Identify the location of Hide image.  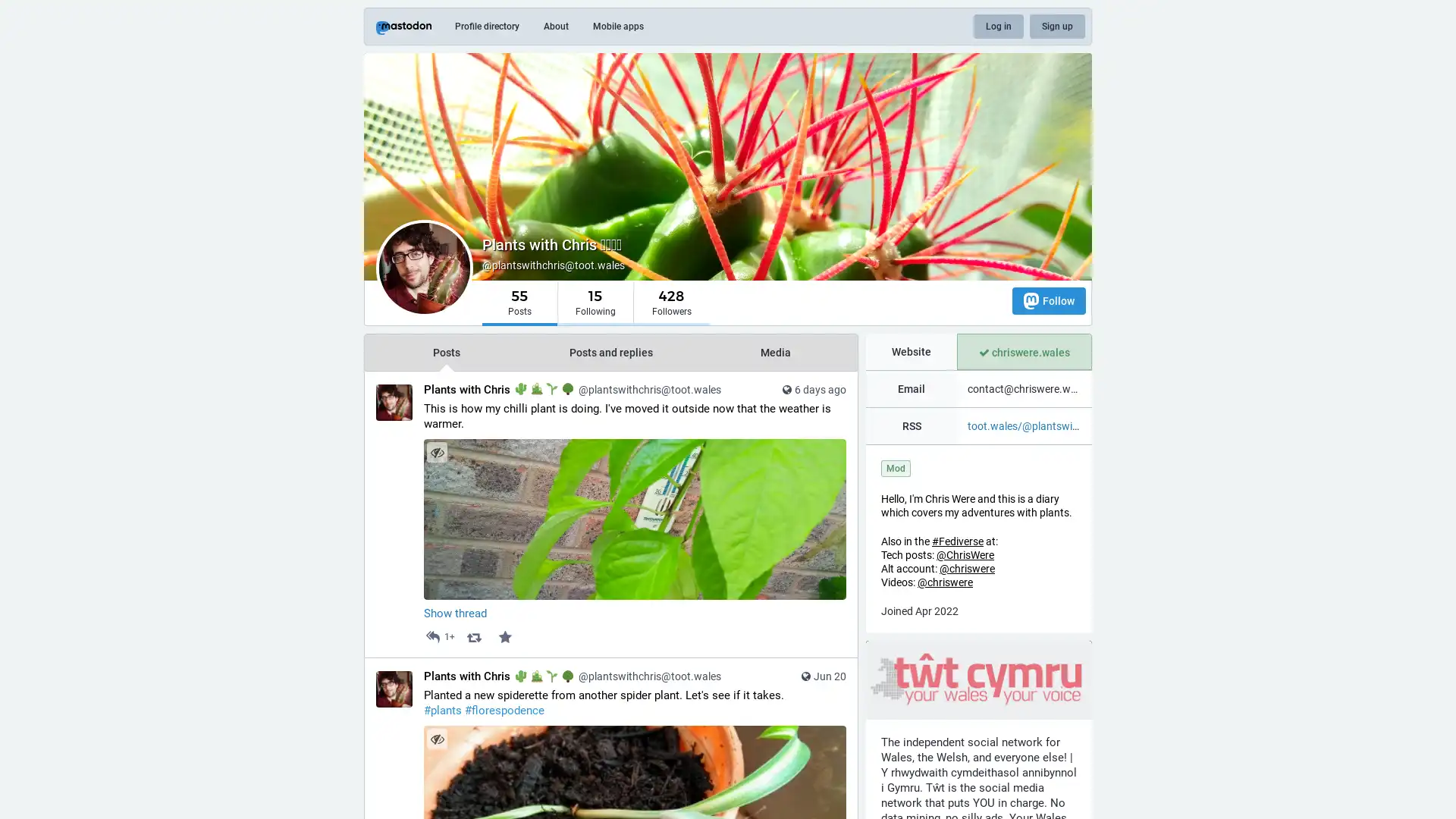
(436, 451).